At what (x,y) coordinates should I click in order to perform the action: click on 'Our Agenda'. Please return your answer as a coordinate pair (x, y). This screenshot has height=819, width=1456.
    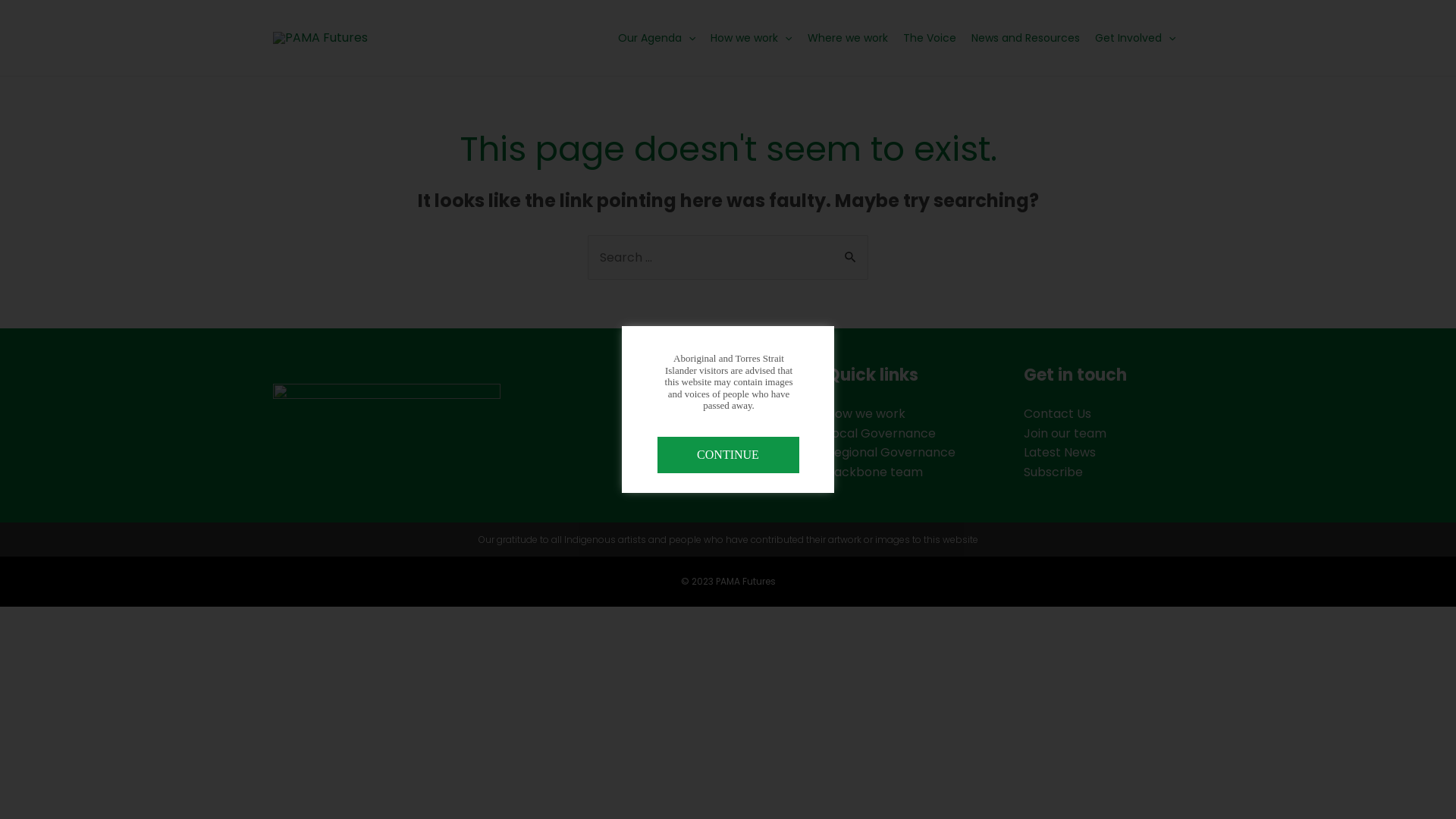
    Looking at the image, I should click on (665, 413).